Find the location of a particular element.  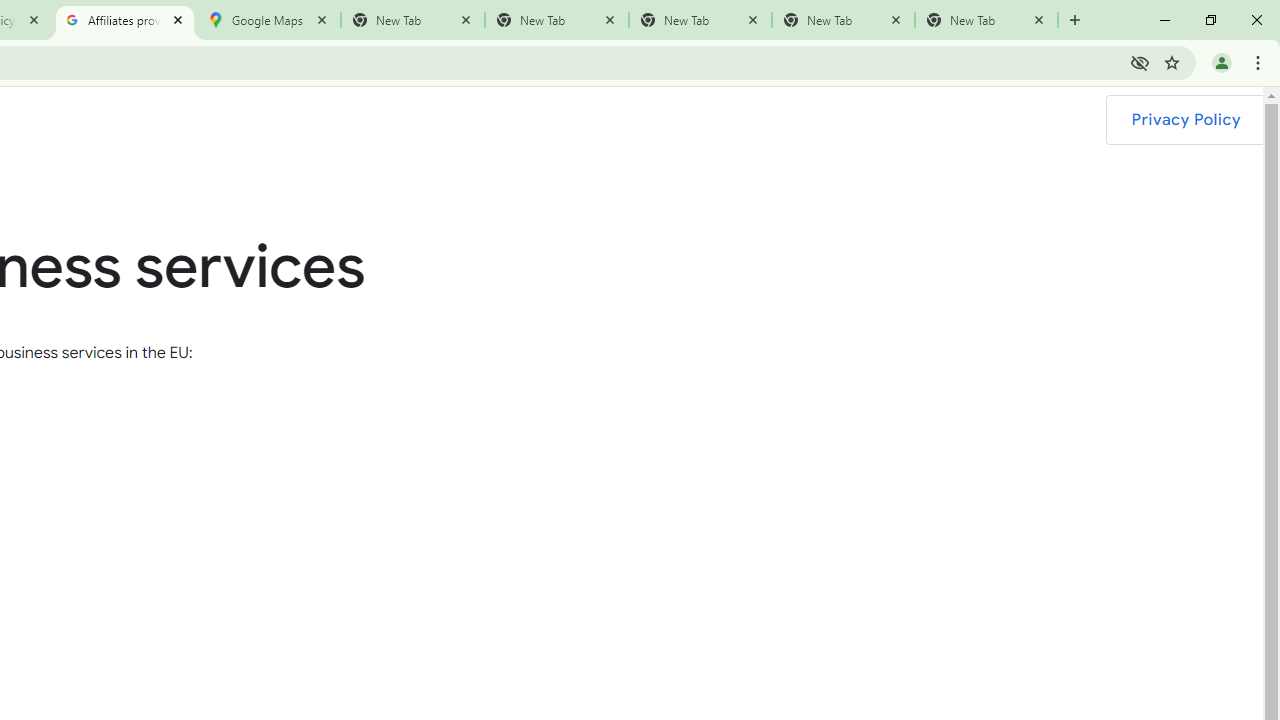

'New Tab' is located at coordinates (986, 20).